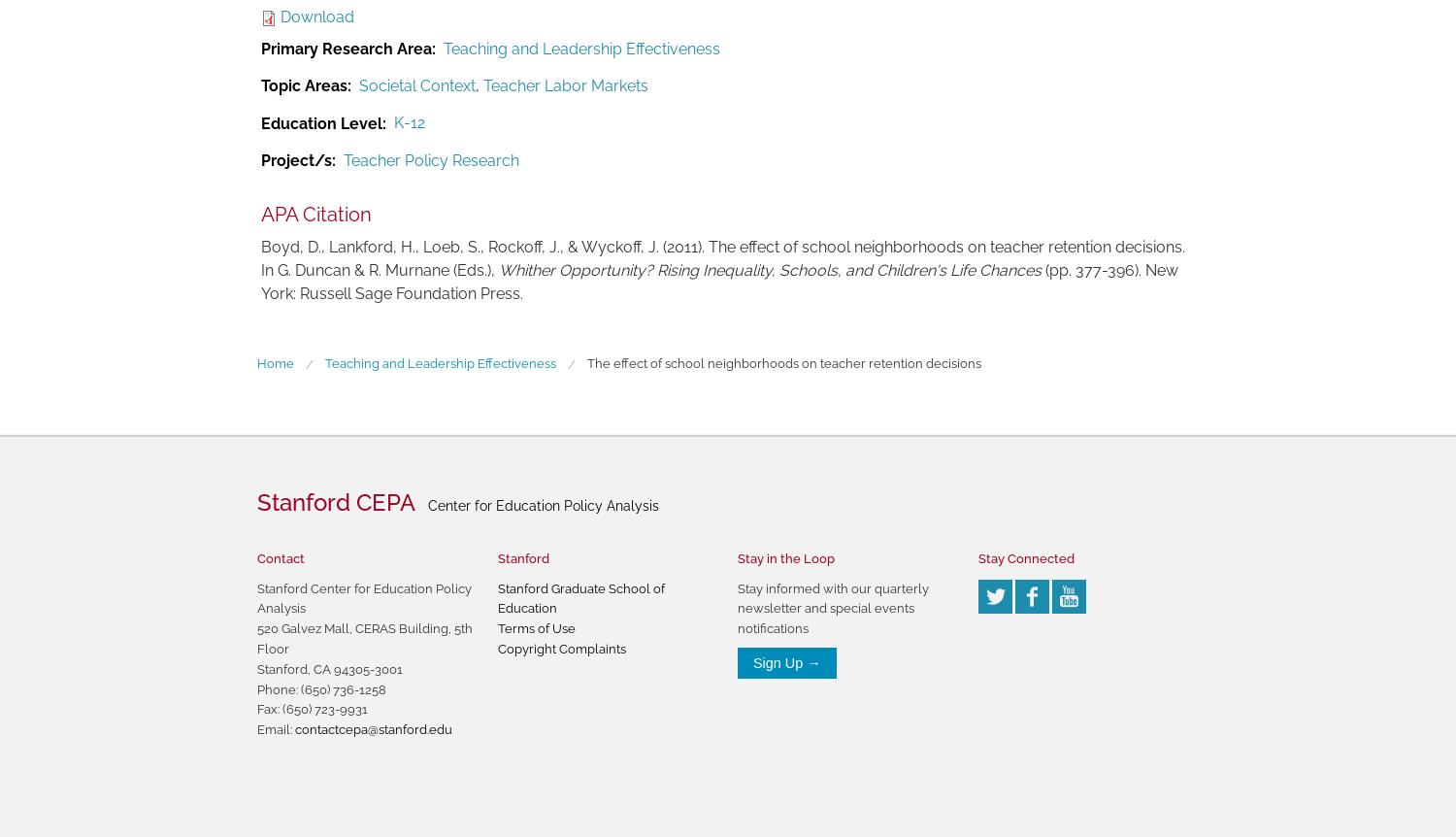 The image size is (1456, 837). What do you see at coordinates (832, 608) in the screenshot?
I see `'Stay informed with our quarterly newsletter and special events notifications'` at bounding box center [832, 608].